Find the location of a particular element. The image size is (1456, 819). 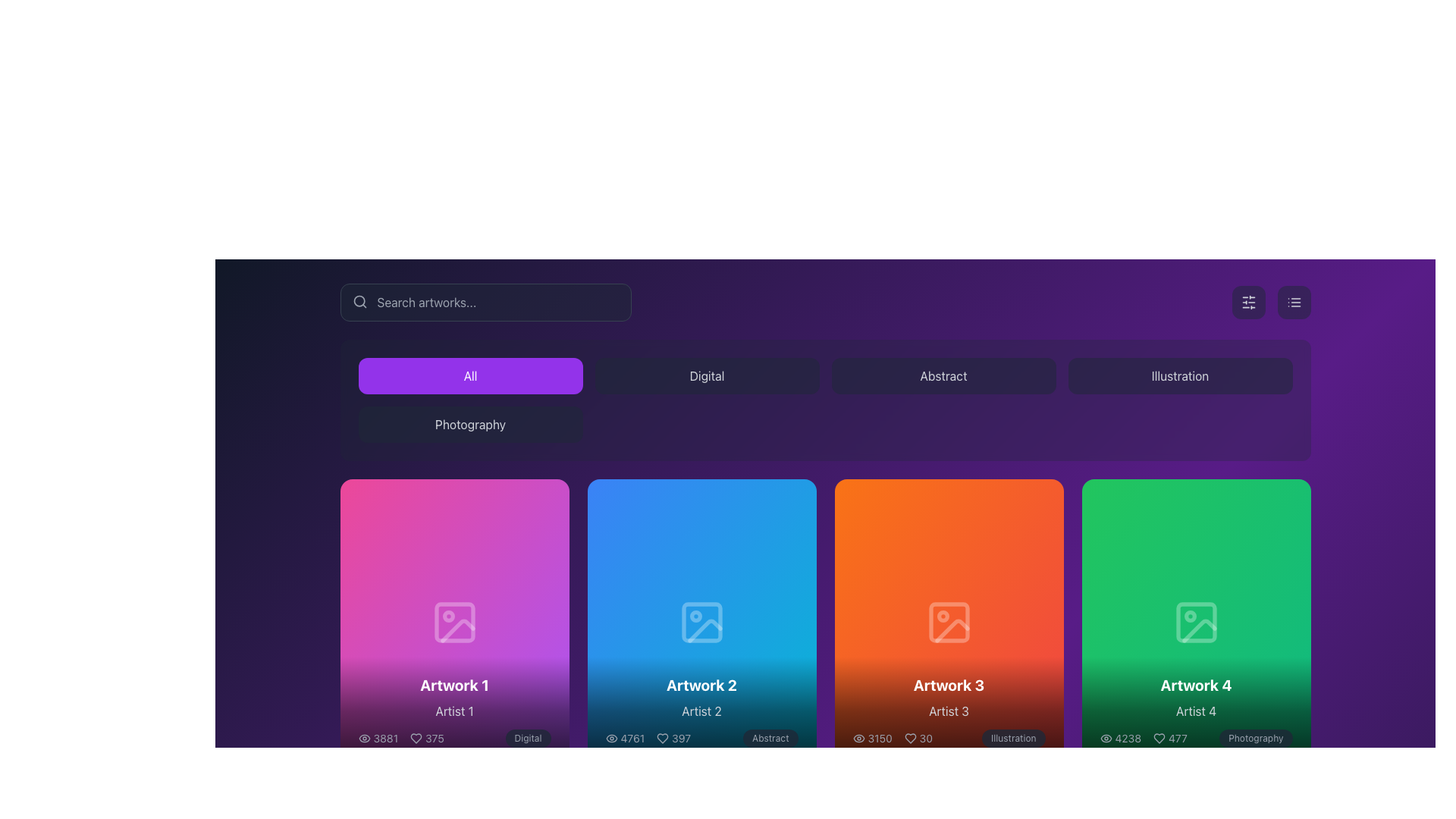

the 'like' or 'favorite' icon located at the bottom edge of the card labeled 'Artwork 3', which is the third card from the left in a horizontal grid layout is located at coordinates (910, 737).